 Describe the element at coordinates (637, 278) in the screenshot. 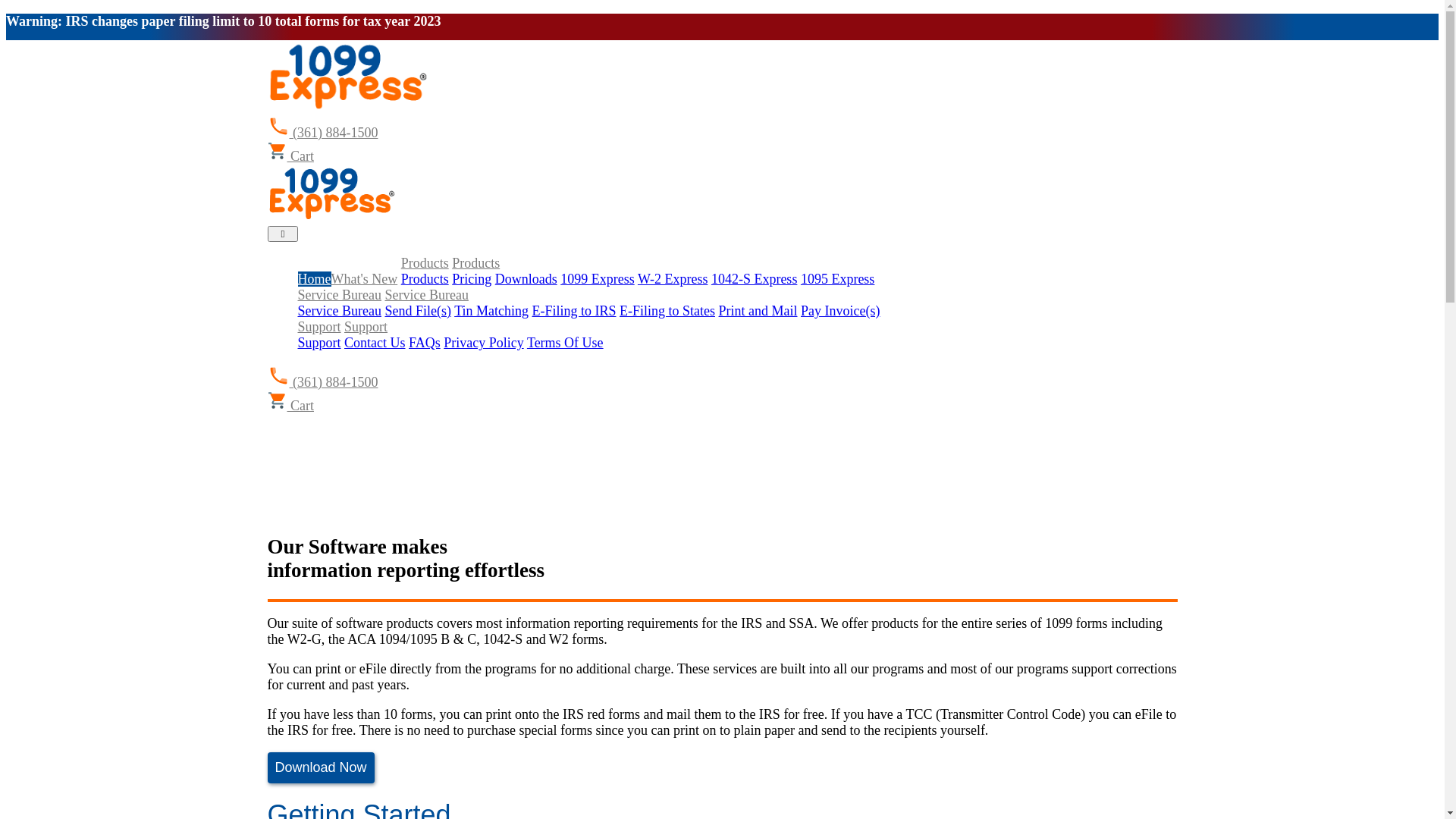

I see `'W-2 Express'` at that location.